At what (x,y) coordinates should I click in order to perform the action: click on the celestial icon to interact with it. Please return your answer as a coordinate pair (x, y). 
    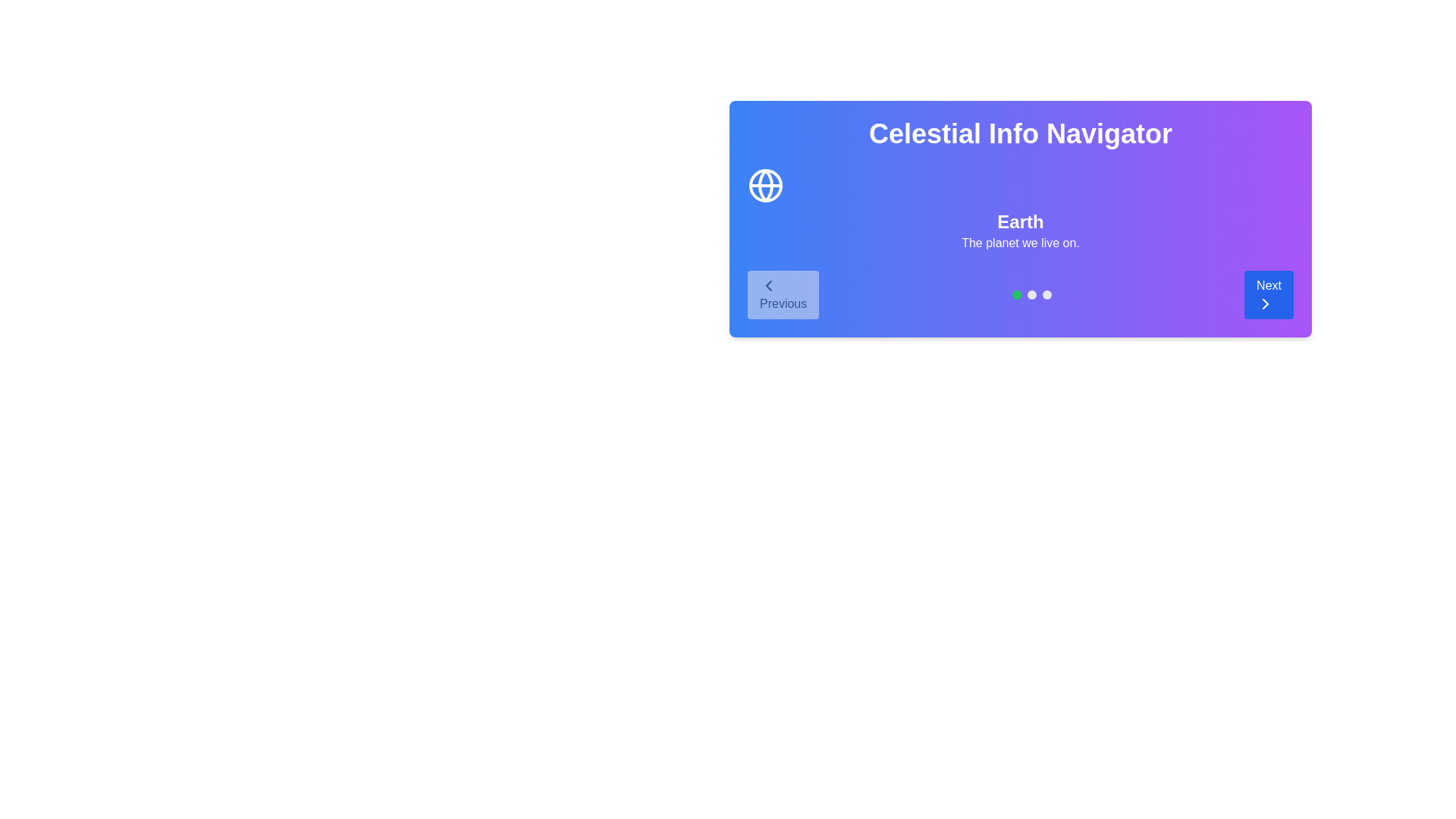
    Looking at the image, I should click on (765, 185).